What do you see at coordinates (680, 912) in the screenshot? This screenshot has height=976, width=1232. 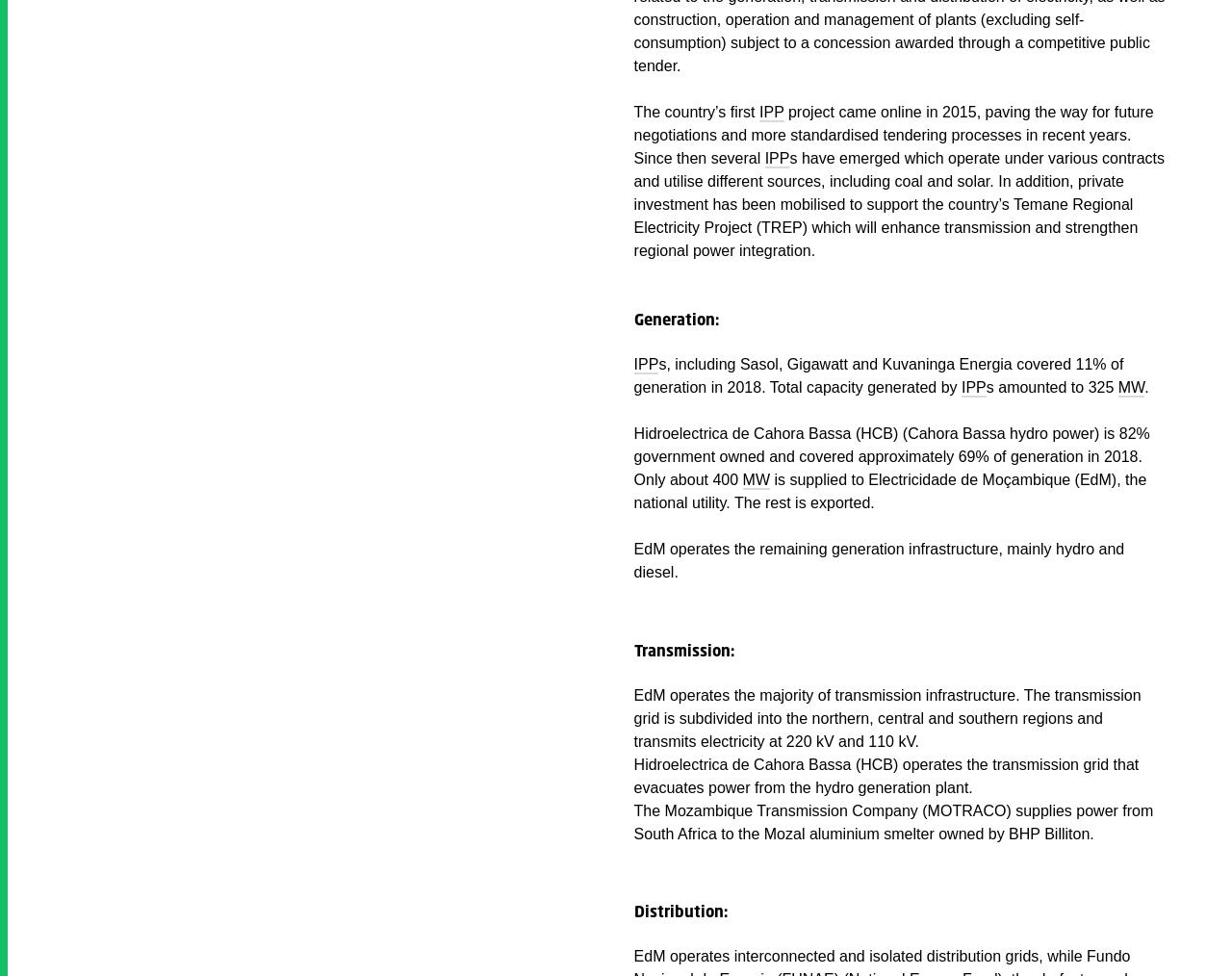 I see `'Distribution:'` at bounding box center [680, 912].